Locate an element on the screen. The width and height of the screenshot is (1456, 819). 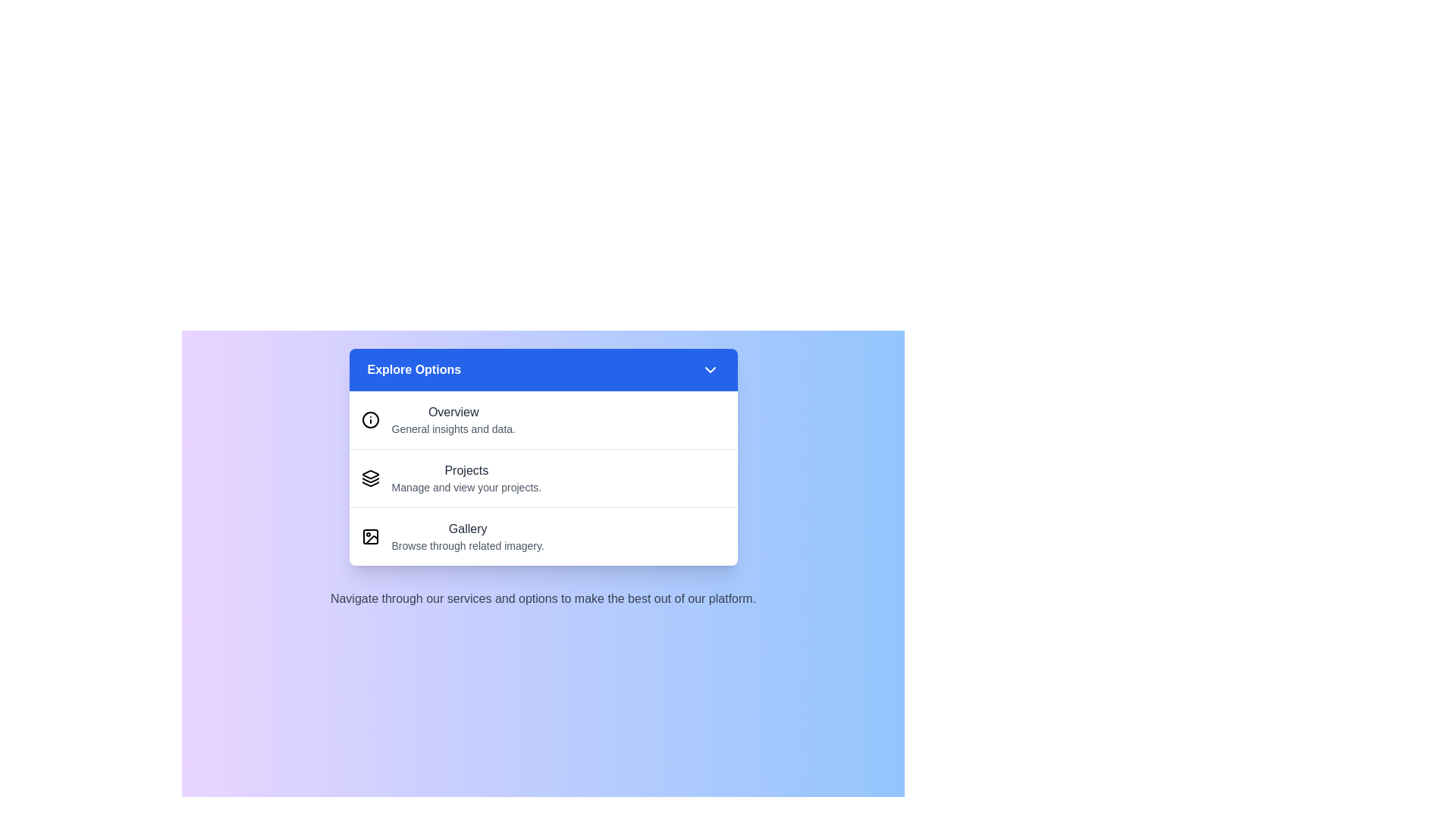
the menu item labeled Projects to highlight it is located at coordinates (543, 478).